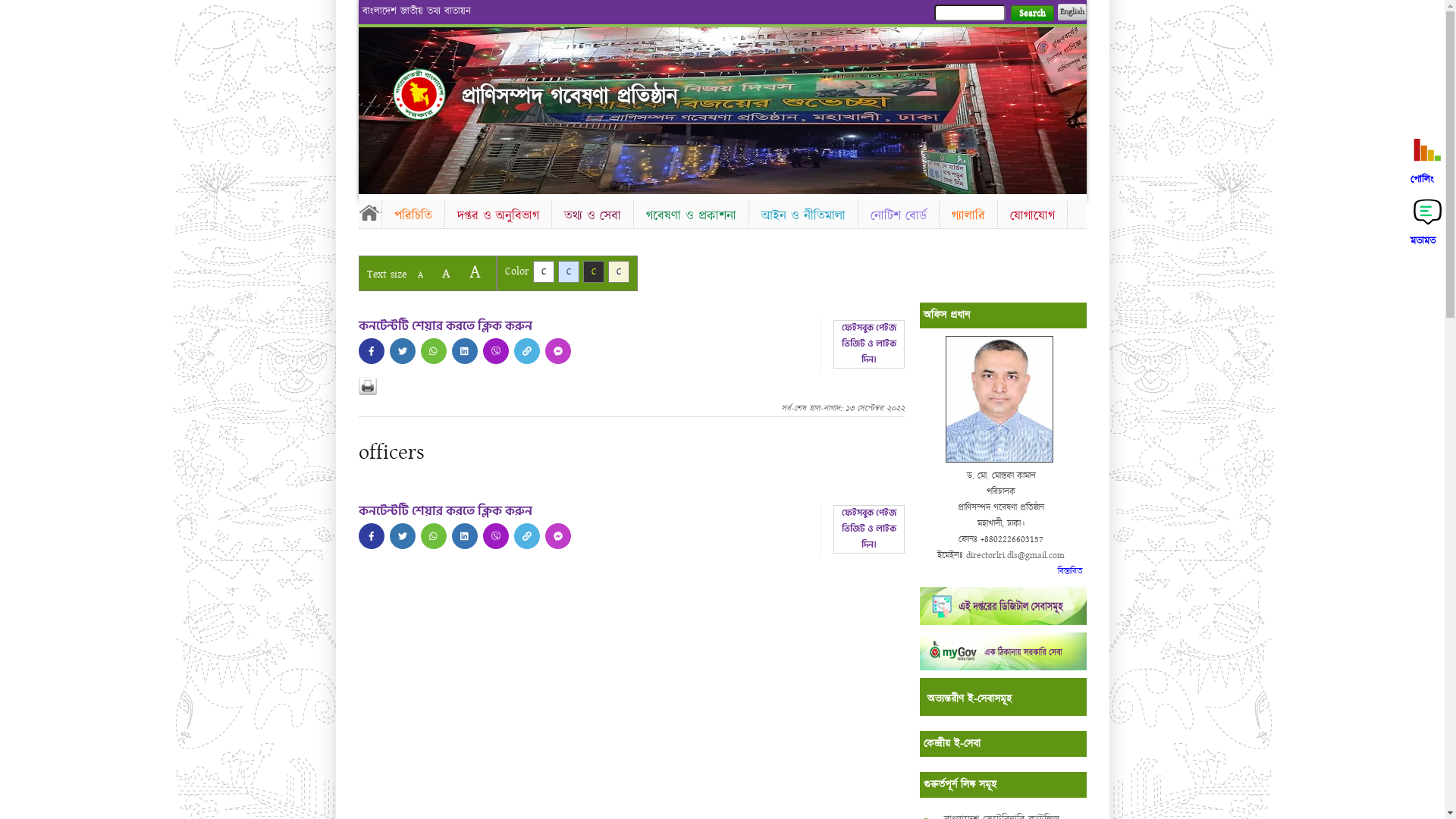 This screenshot has width=1456, height=819. Describe the element at coordinates (607, 271) in the screenshot. I see `'C'` at that location.